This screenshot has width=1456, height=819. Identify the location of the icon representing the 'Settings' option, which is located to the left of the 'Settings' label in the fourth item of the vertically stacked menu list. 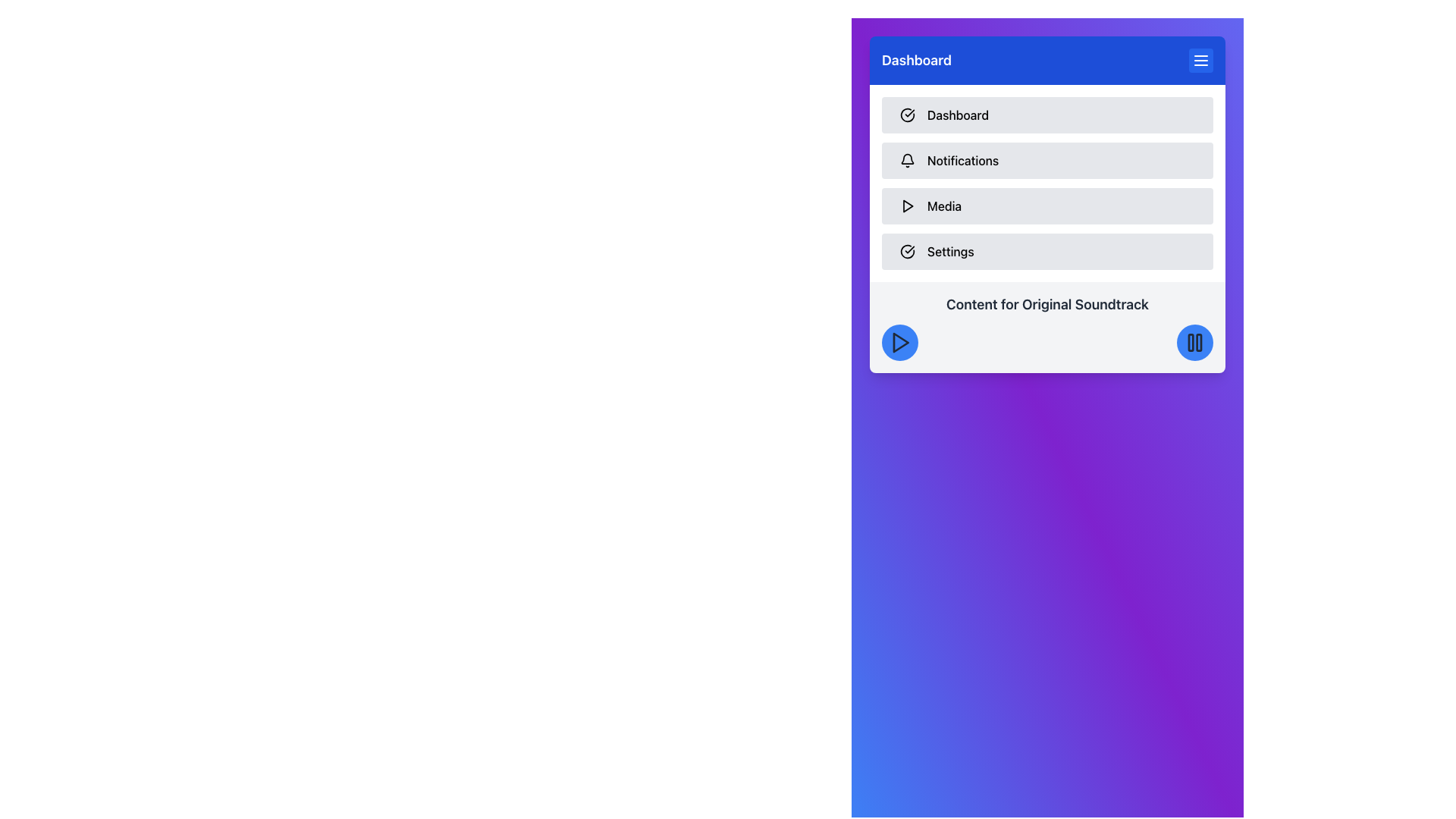
(907, 250).